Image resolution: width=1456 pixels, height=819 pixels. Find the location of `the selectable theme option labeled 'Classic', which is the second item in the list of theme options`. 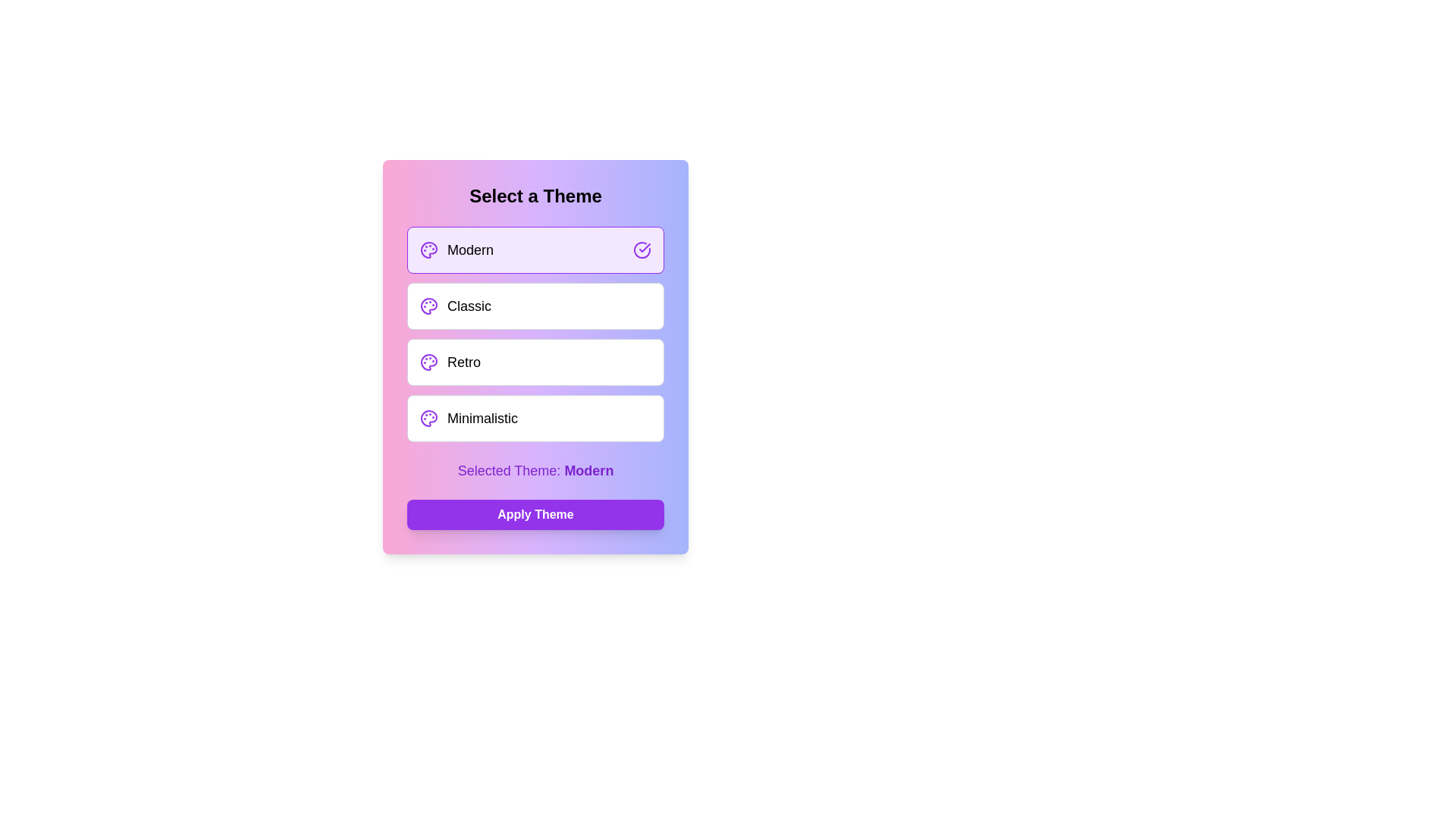

the selectable theme option labeled 'Classic', which is the second item in the list of theme options is located at coordinates (535, 333).